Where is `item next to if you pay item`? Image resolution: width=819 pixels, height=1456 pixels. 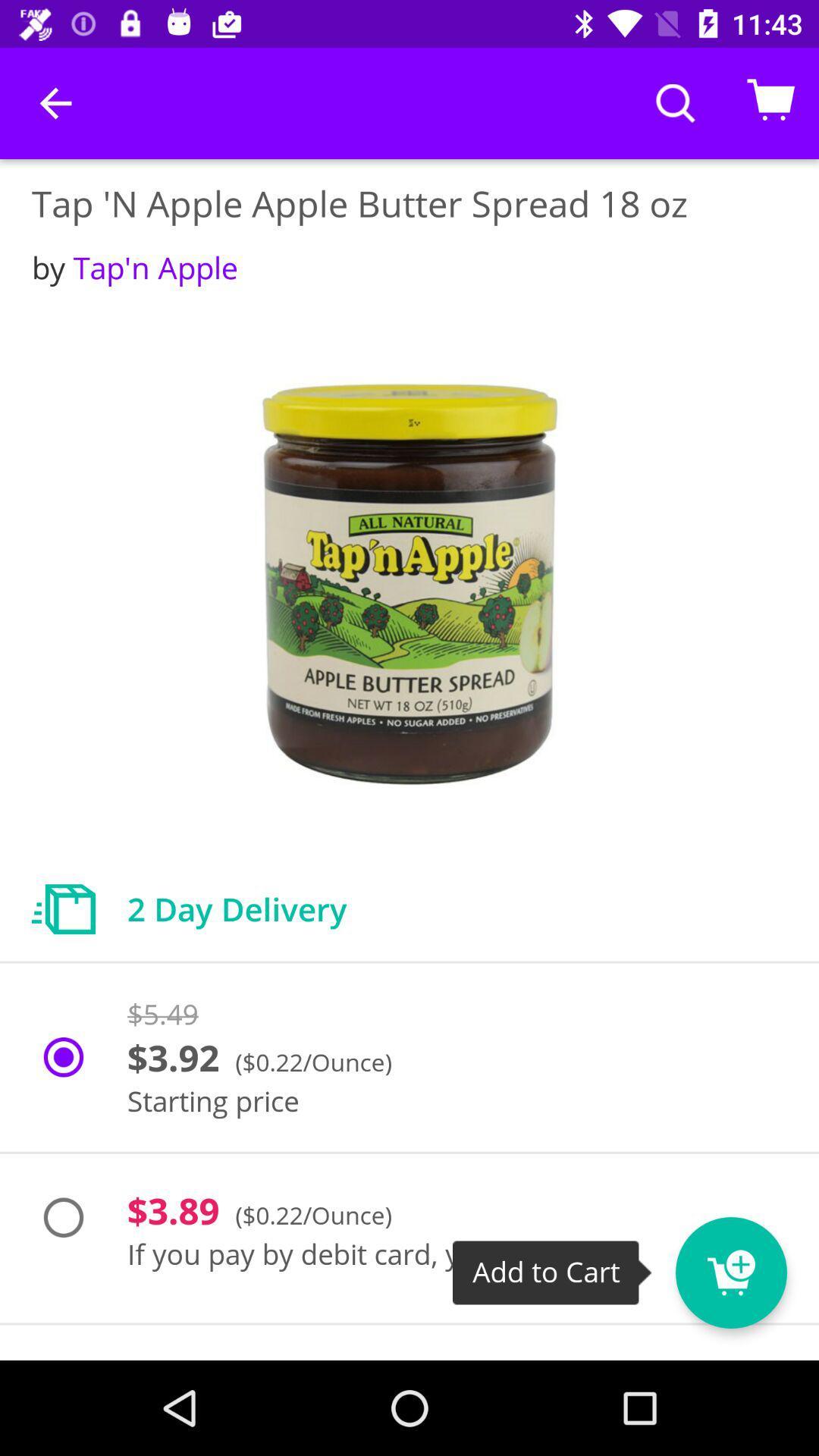
item next to if you pay item is located at coordinates (759, 1263).